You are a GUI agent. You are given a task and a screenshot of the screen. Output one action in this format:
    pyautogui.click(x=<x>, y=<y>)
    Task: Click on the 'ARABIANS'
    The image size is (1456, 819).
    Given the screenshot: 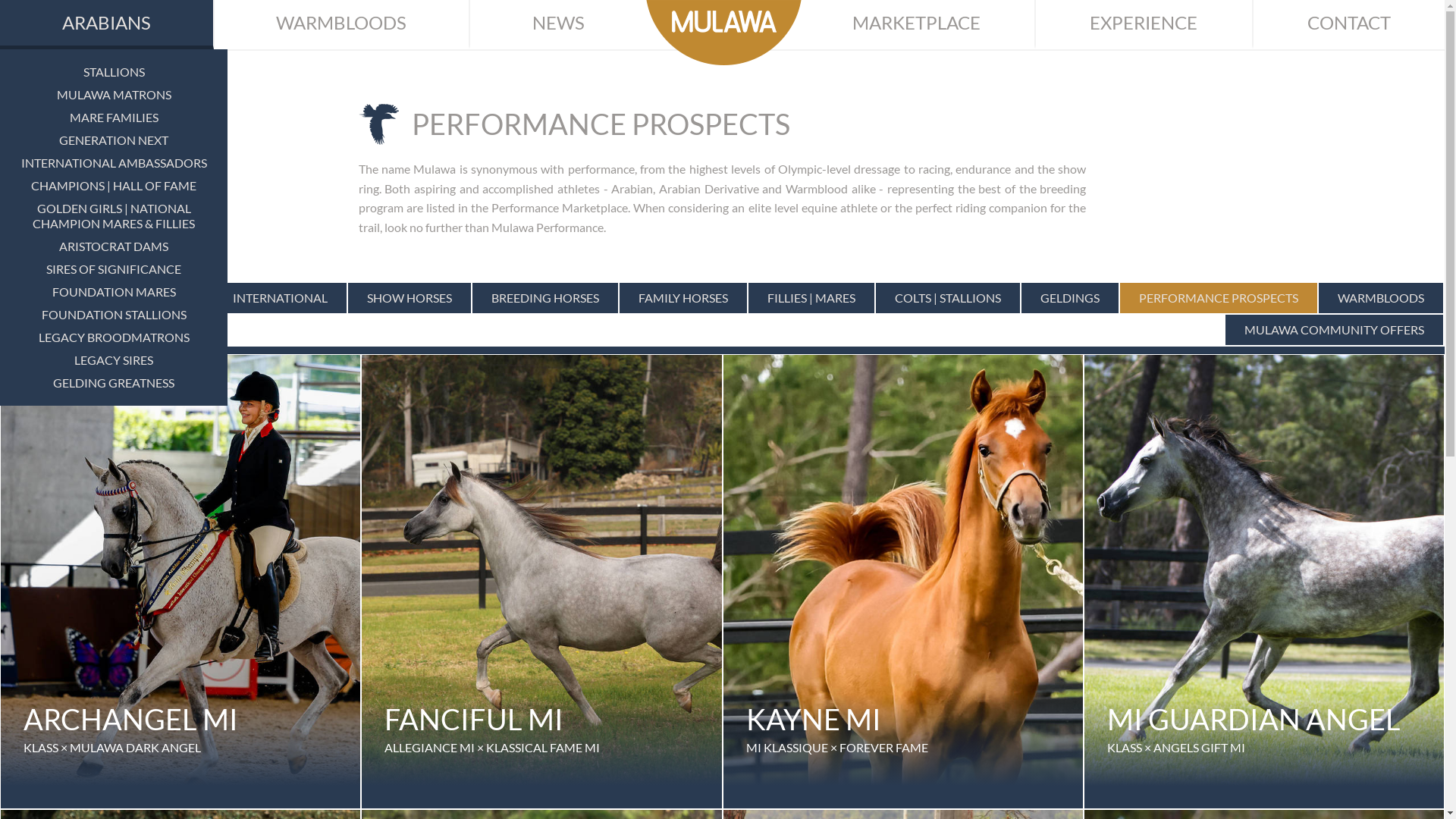 What is the action you would take?
    pyautogui.click(x=105, y=24)
    